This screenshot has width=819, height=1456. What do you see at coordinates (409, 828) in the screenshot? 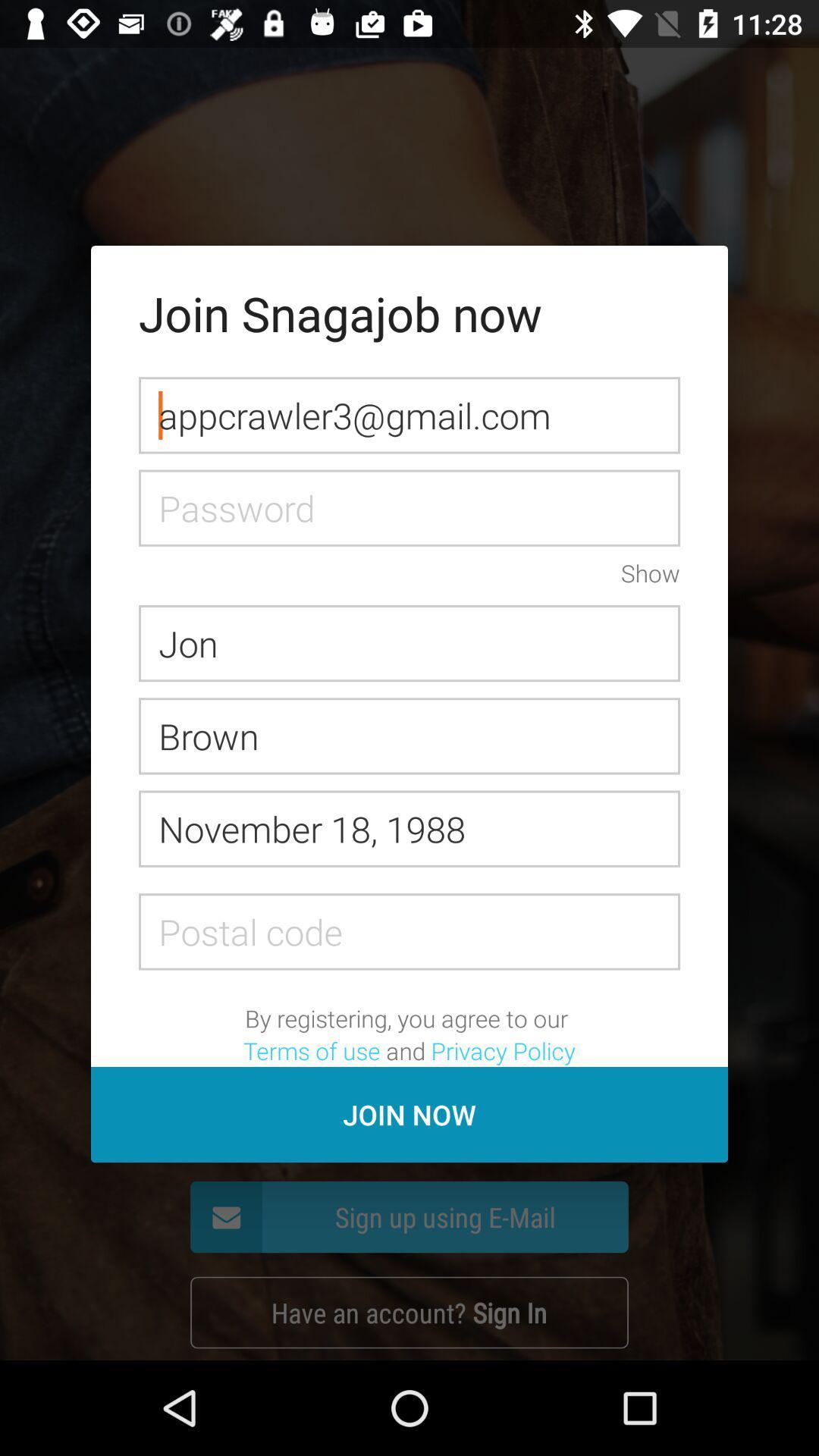
I see `birthdate` at bounding box center [409, 828].